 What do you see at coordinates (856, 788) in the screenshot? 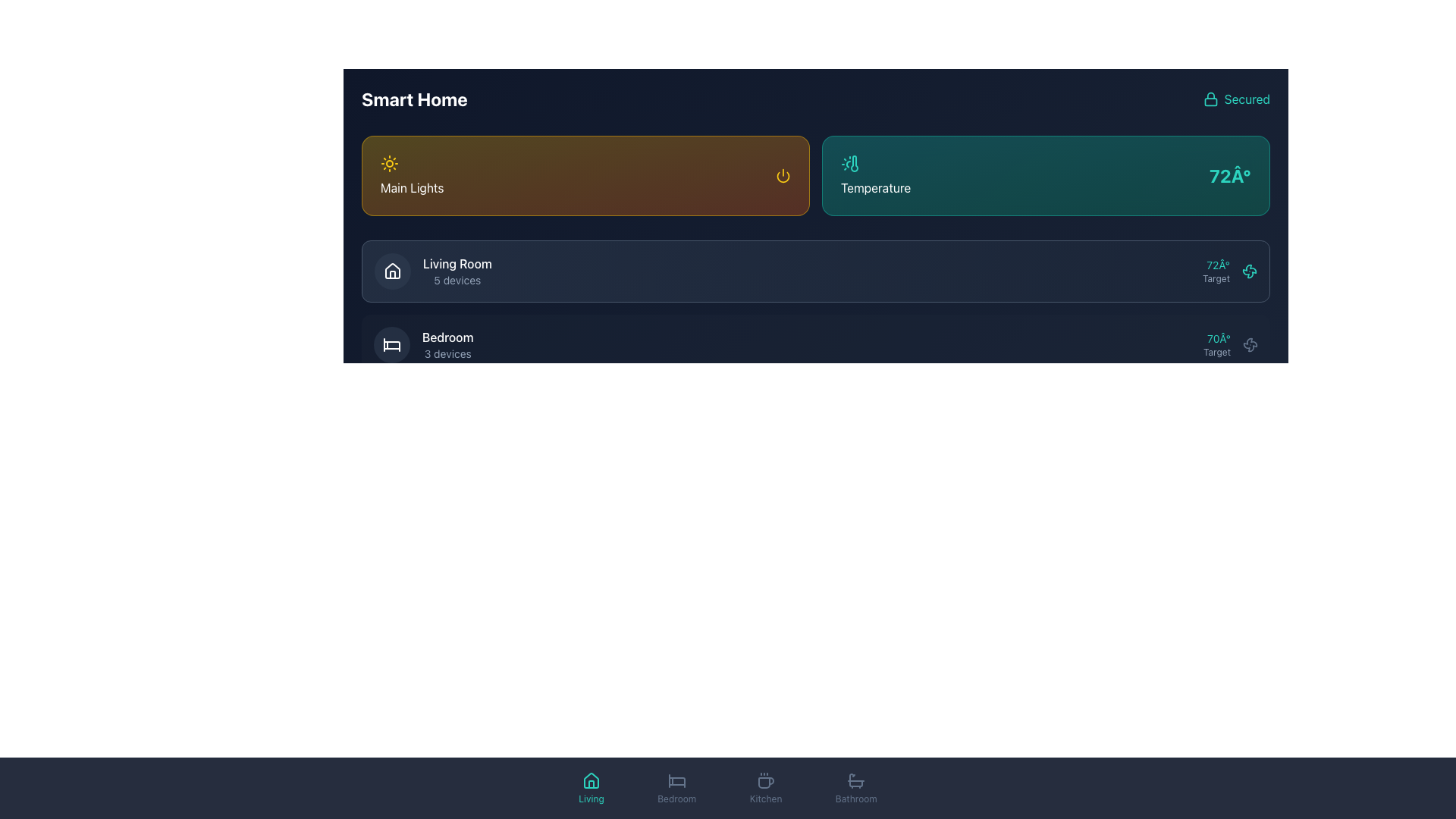
I see `the navigation button located at the rightmost side of the bottom navigation bar` at bounding box center [856, 788].